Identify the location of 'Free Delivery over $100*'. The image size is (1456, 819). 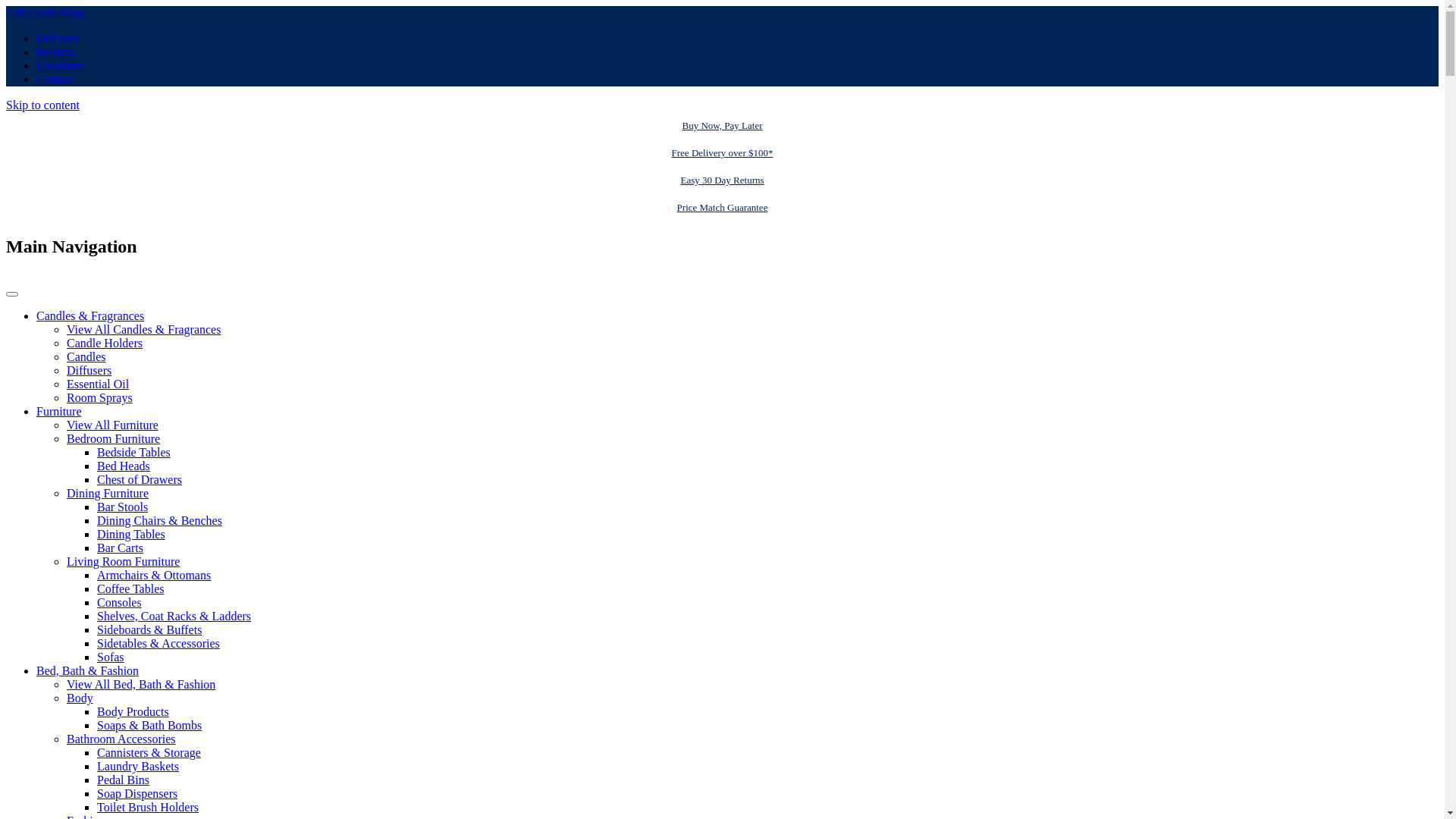
(721, 152).